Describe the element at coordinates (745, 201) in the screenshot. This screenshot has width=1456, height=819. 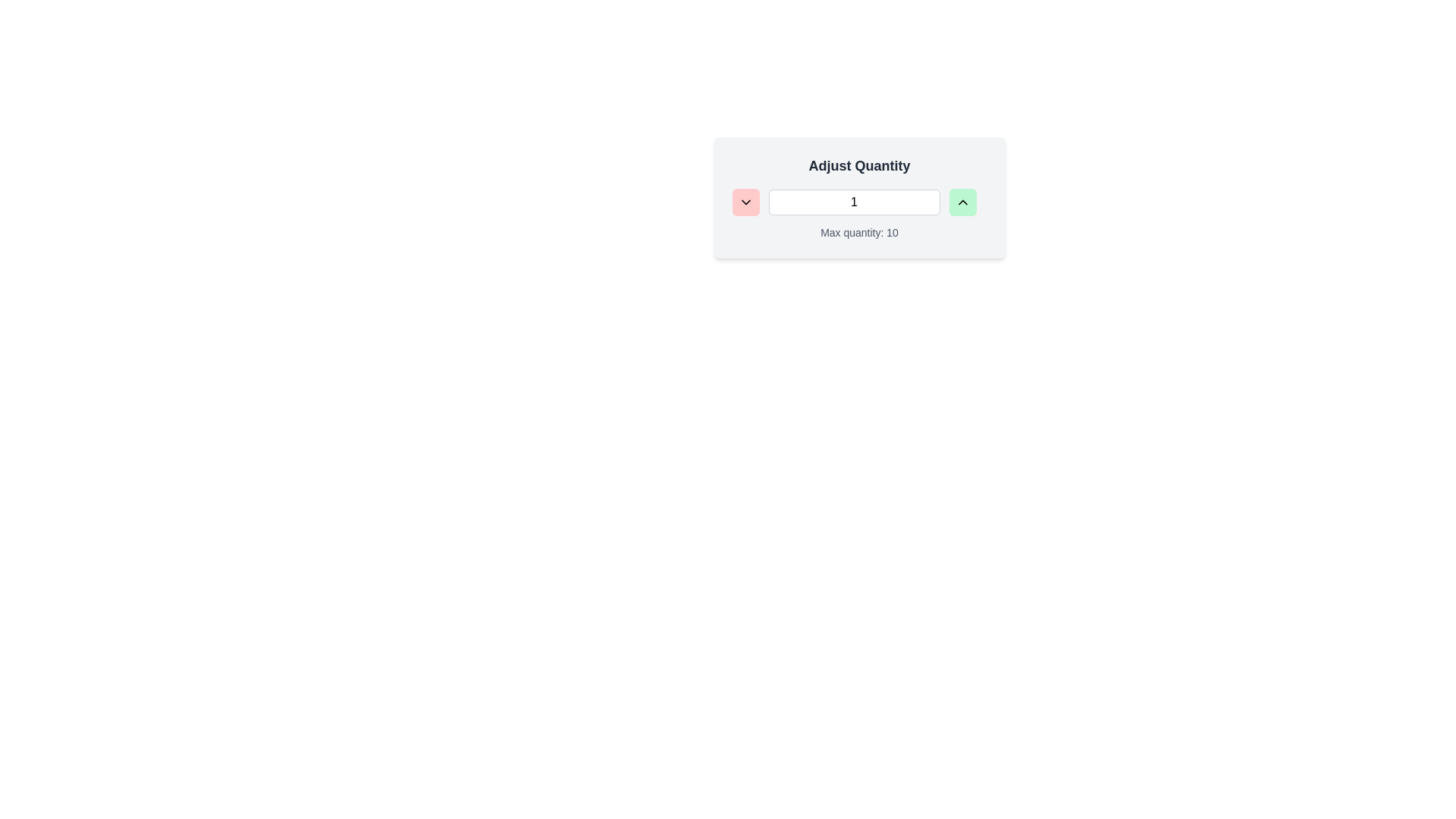
I see `the downward arrow icon within the left control button of the quantity adjustment panel` at that location.